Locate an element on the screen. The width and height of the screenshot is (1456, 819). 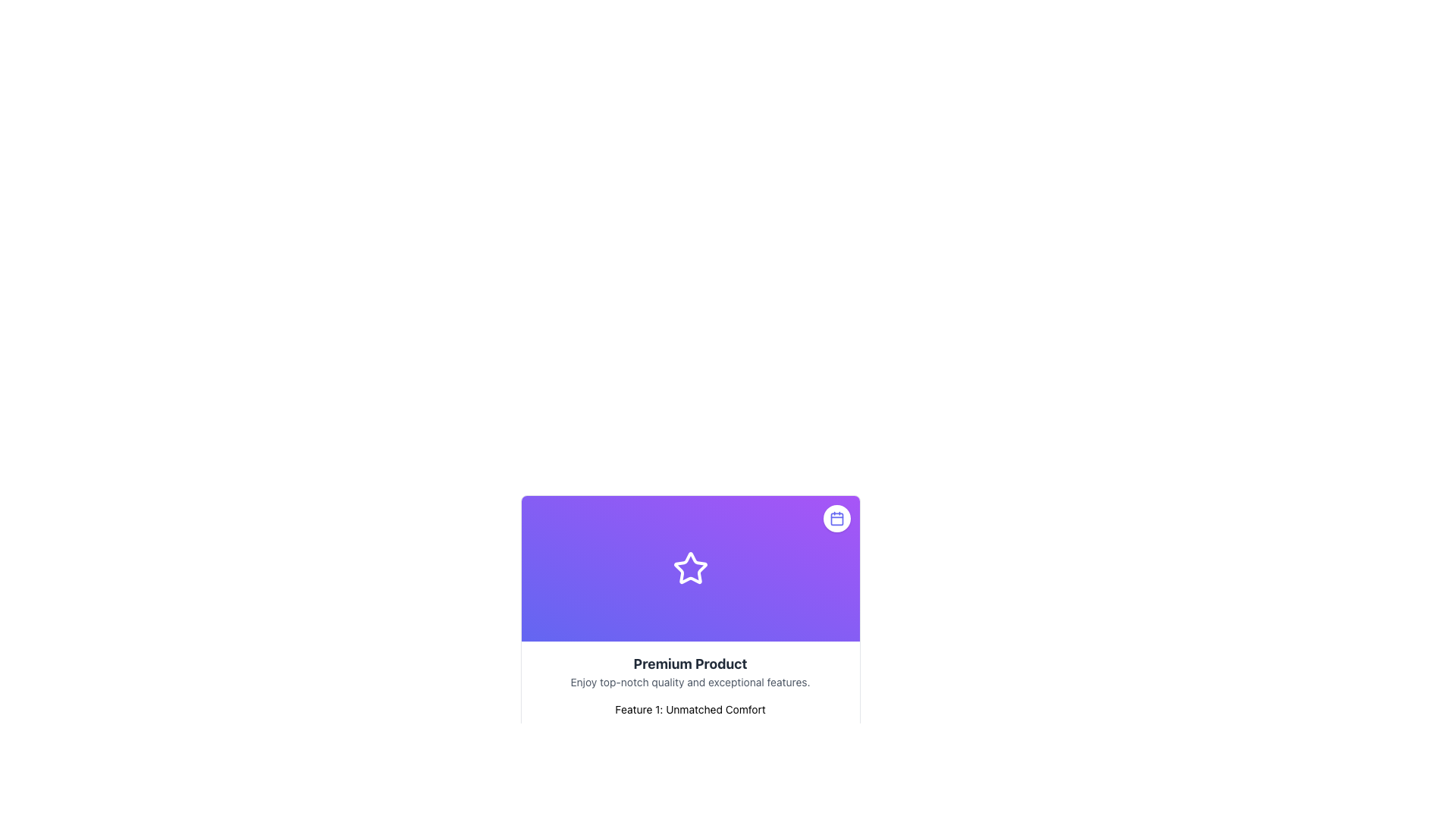
the symmetrical star-shaped icon with a hollow center that is positioned against a purple gradient background, located above the text 'Premium Product' is located at coordinates (689, 568).